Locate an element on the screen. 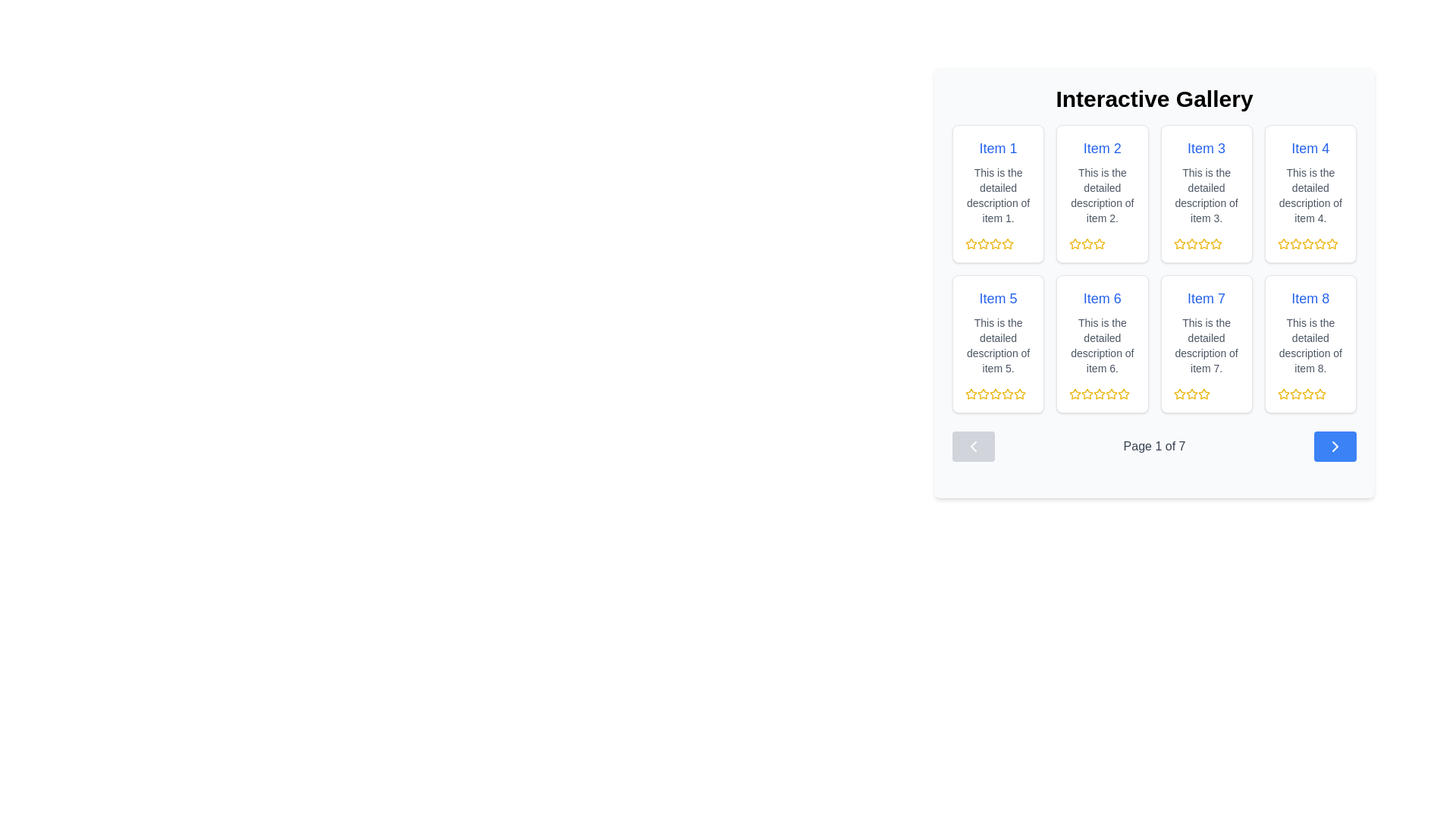  the second Rating Star Icon under the item box labeled 'Item 5' is located at coordinates (1019, 393).